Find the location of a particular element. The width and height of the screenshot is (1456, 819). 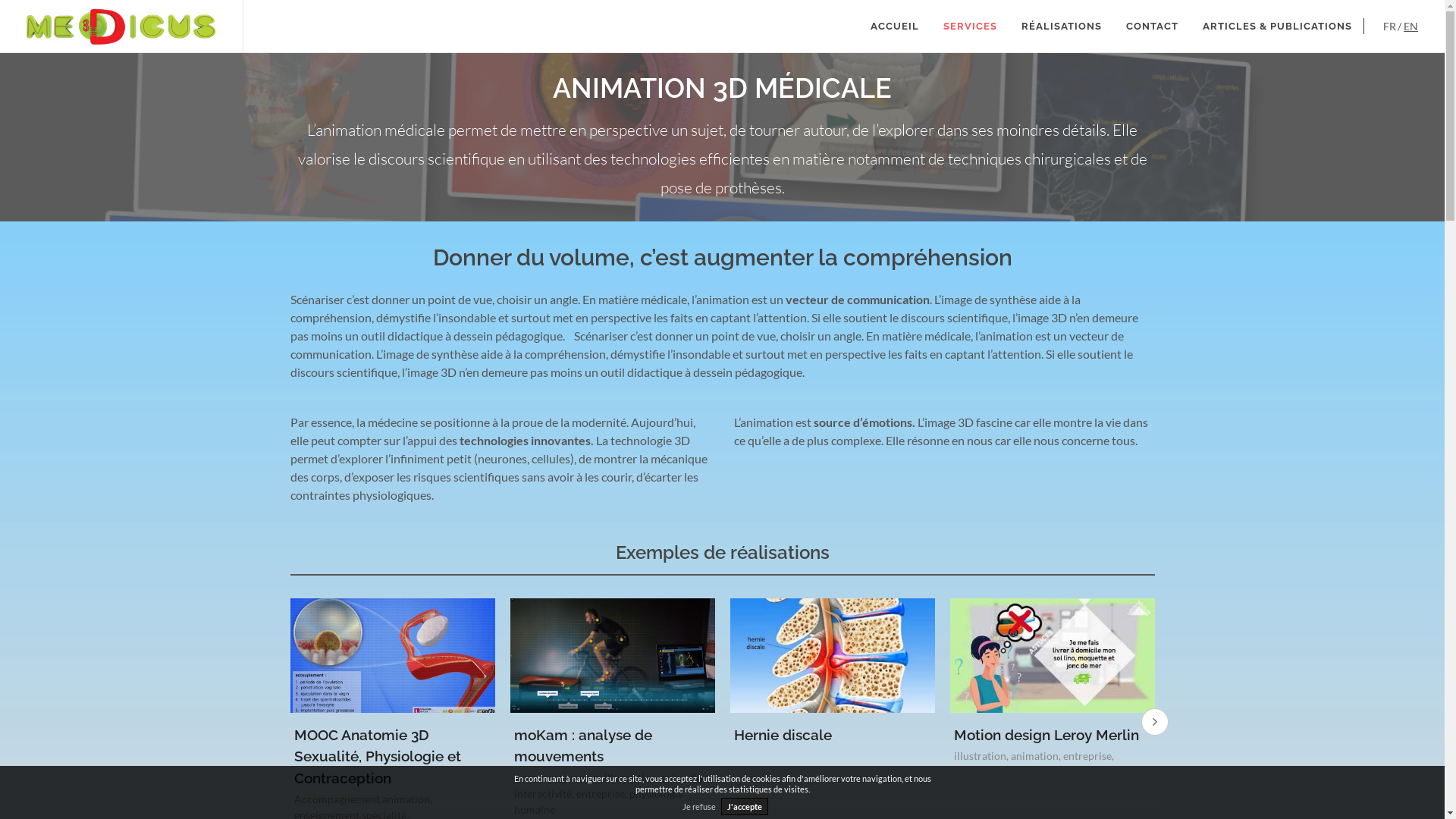

'Je refuse' is located at coordinates (698, 805).